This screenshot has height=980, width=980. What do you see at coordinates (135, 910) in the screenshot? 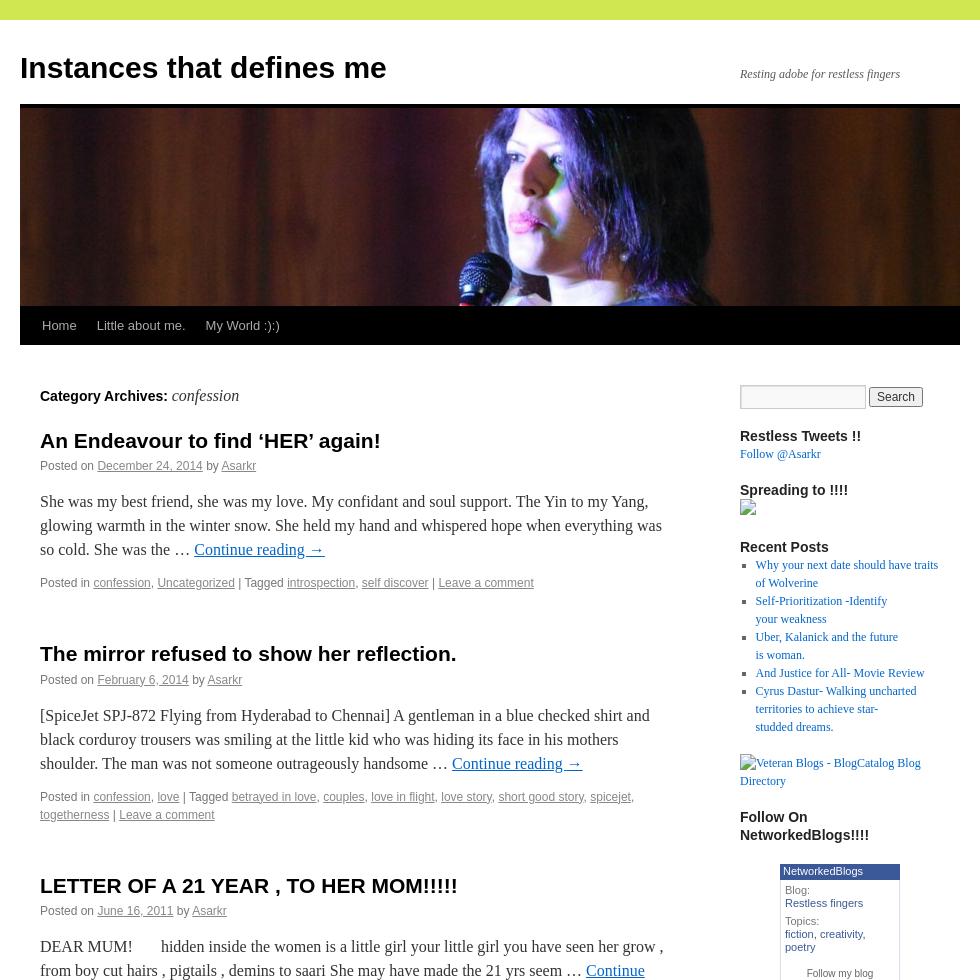
I see `'June 16, 2011'` at bounding box center [135, 910].